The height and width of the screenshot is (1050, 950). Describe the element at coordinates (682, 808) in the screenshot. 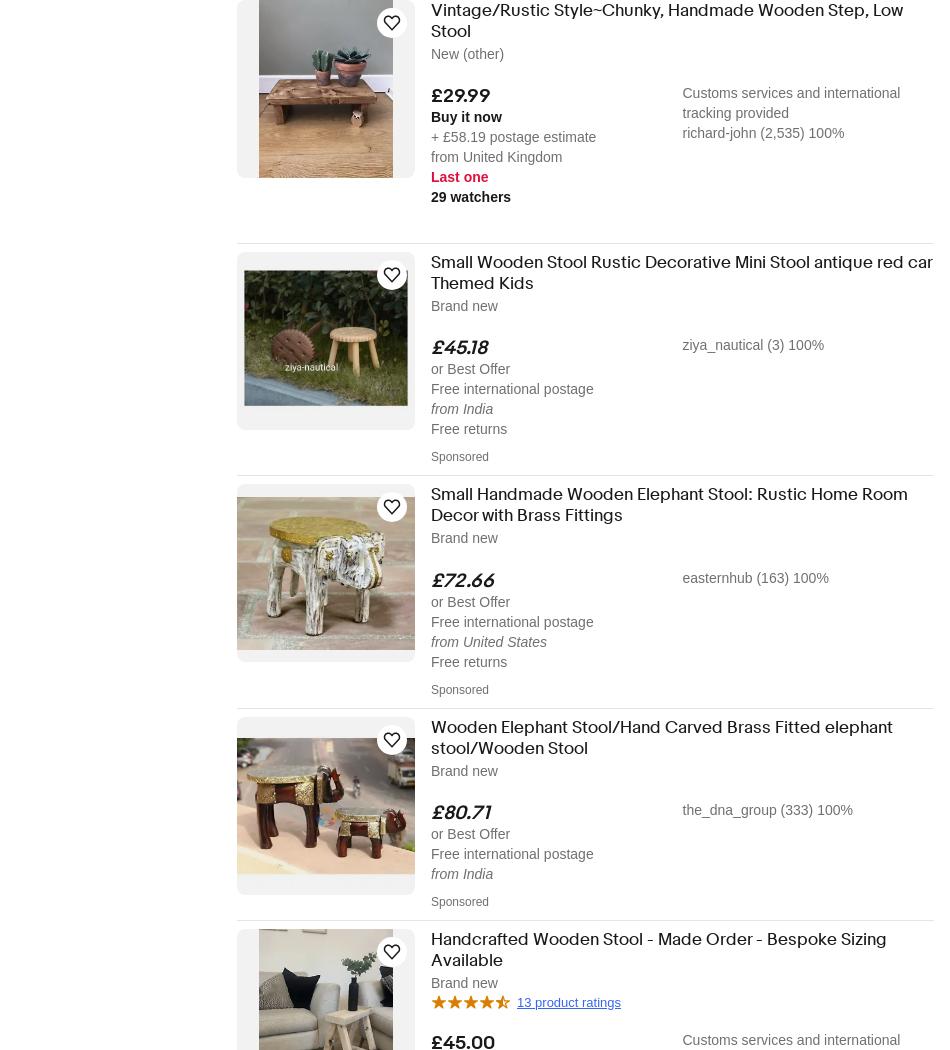

I see `'the_dna_group (333) 100%'` at that location.